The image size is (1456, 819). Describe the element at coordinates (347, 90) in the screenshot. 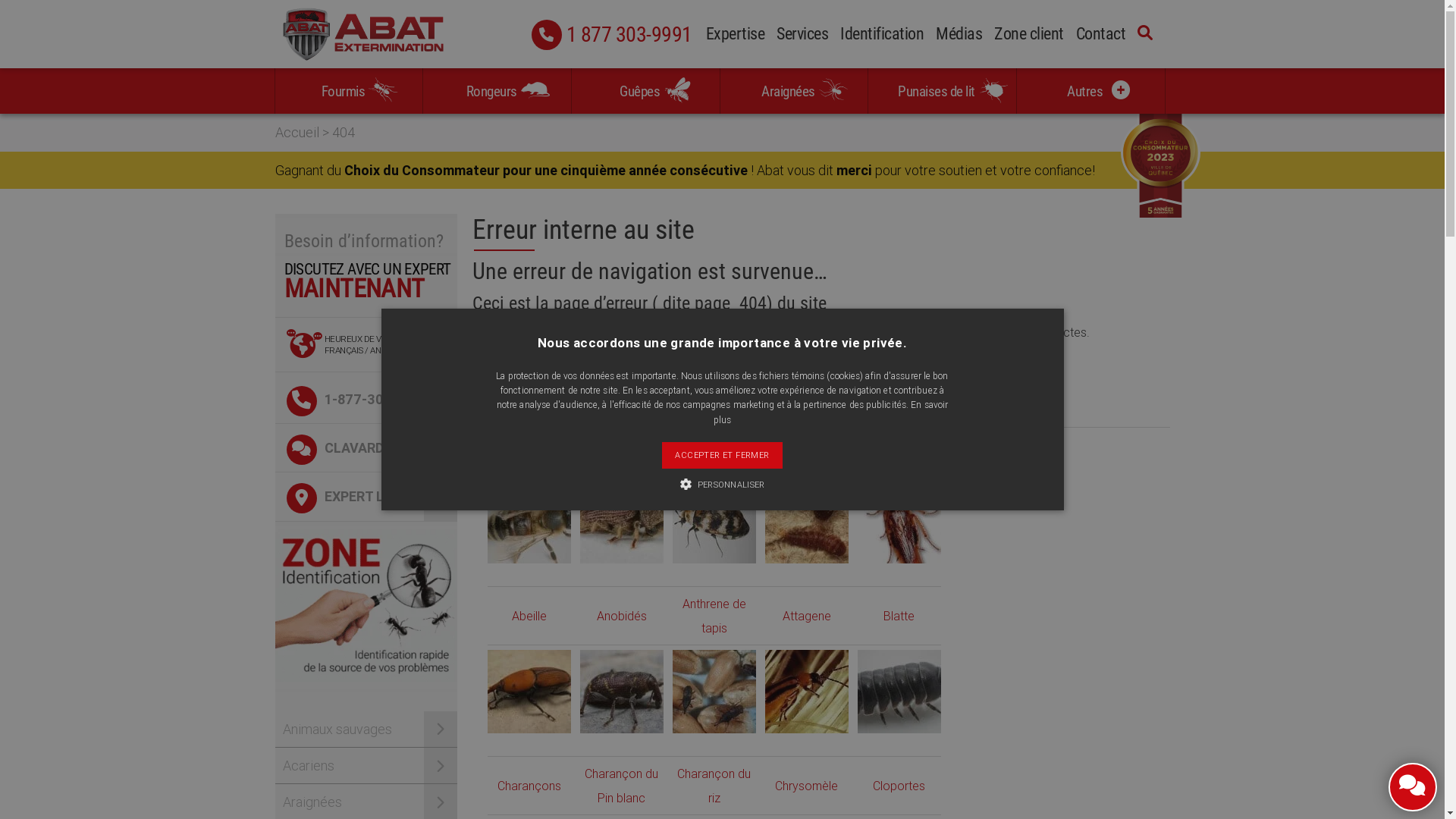

I see `'Fourmis'` at that location.